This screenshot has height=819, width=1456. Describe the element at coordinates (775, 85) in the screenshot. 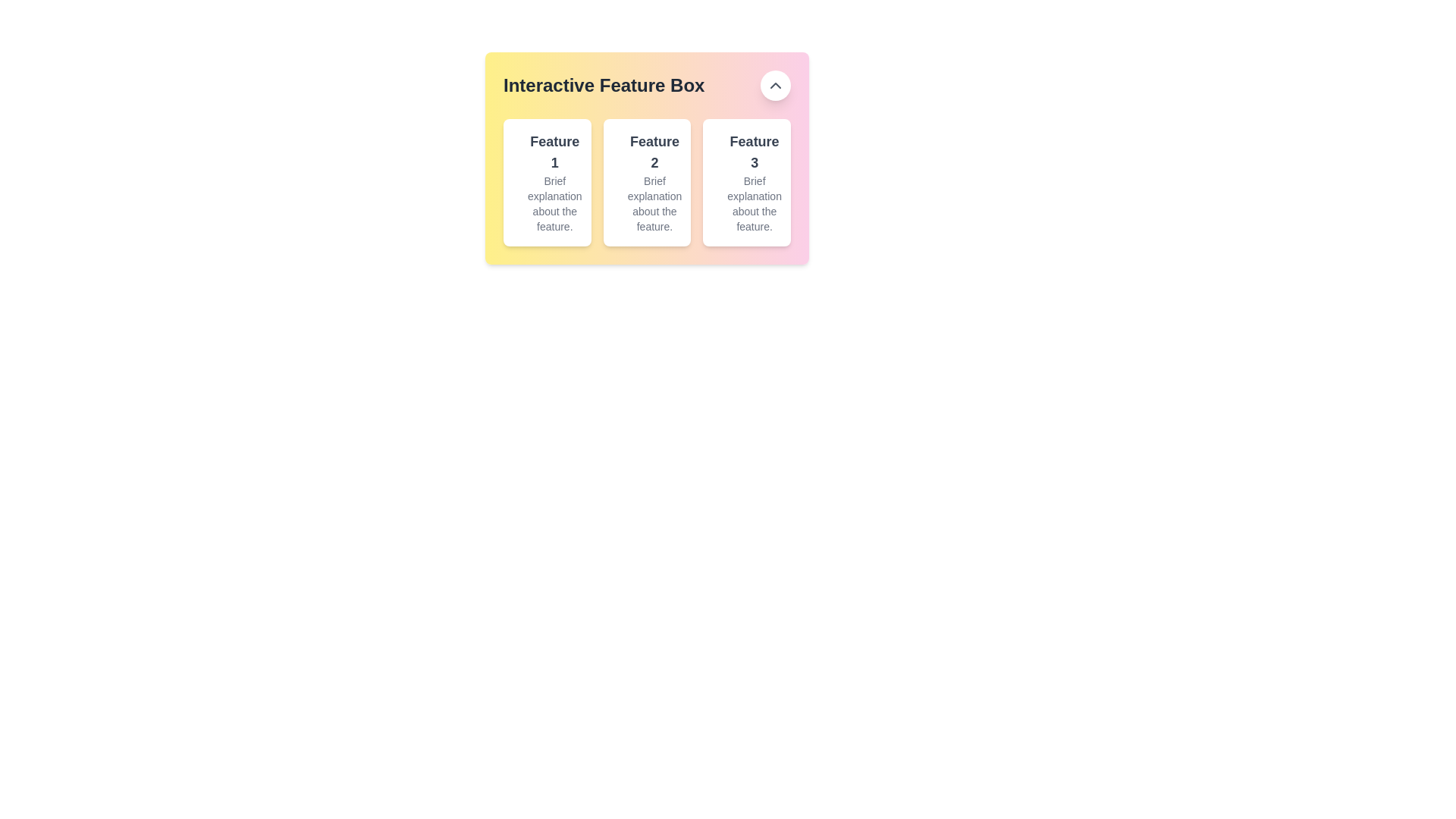

I see `the chevron-up icon located at the top center of the circular button within the 'Interactive Feature Box'` at that location.